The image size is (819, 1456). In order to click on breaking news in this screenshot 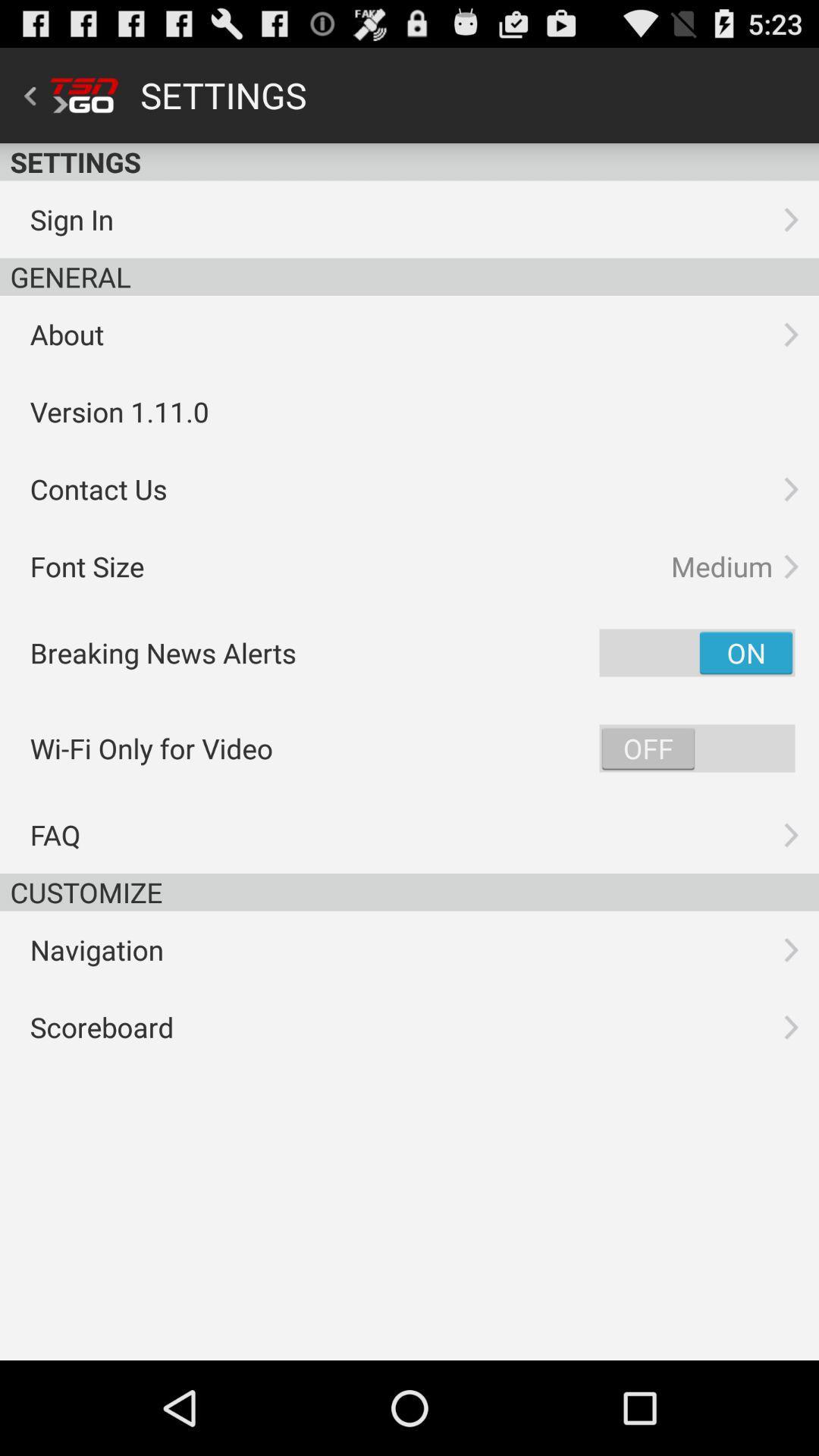, I will do `click(697, 652)`.